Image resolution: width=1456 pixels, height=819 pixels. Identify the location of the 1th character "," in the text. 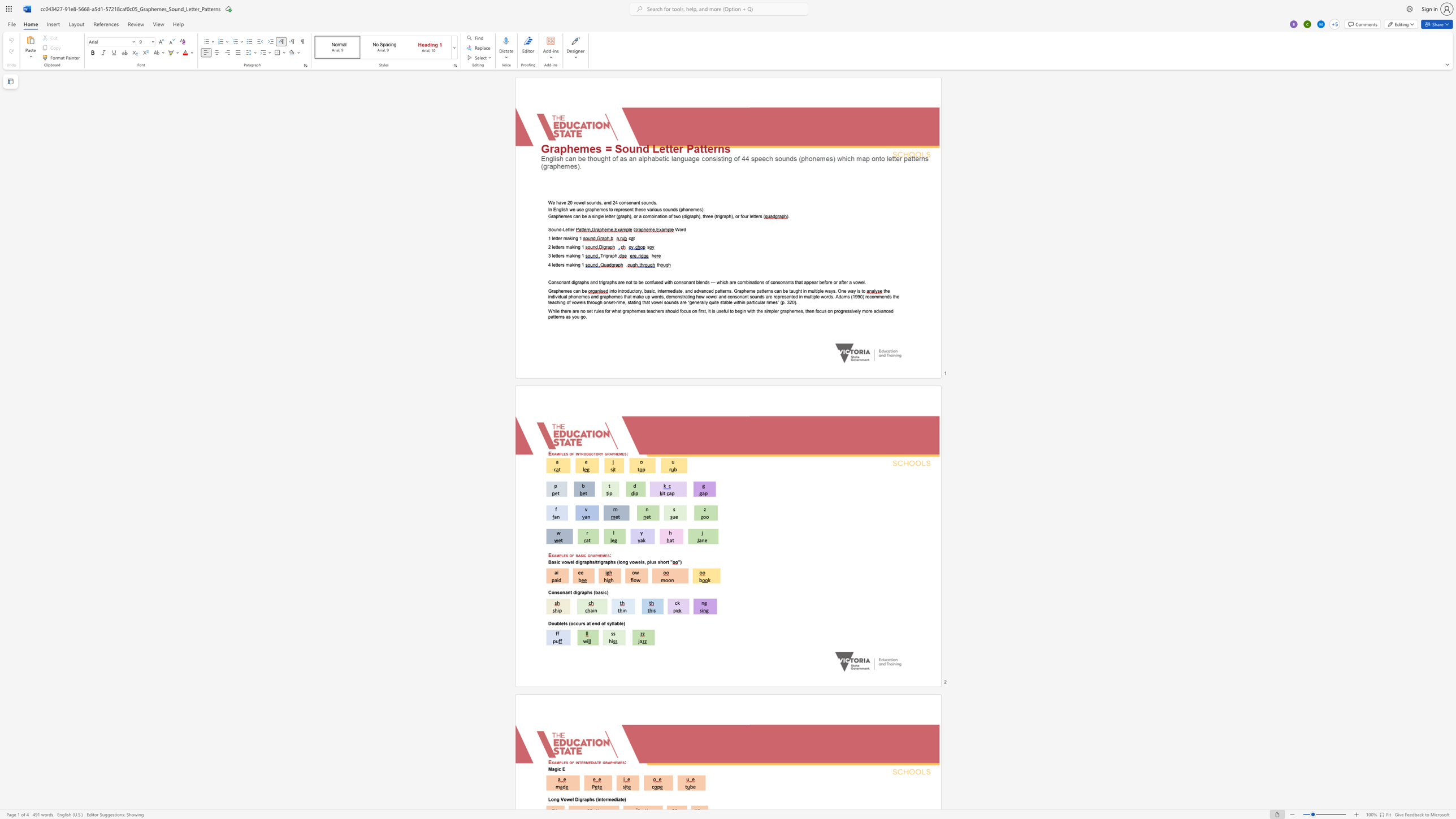
(618, 255).